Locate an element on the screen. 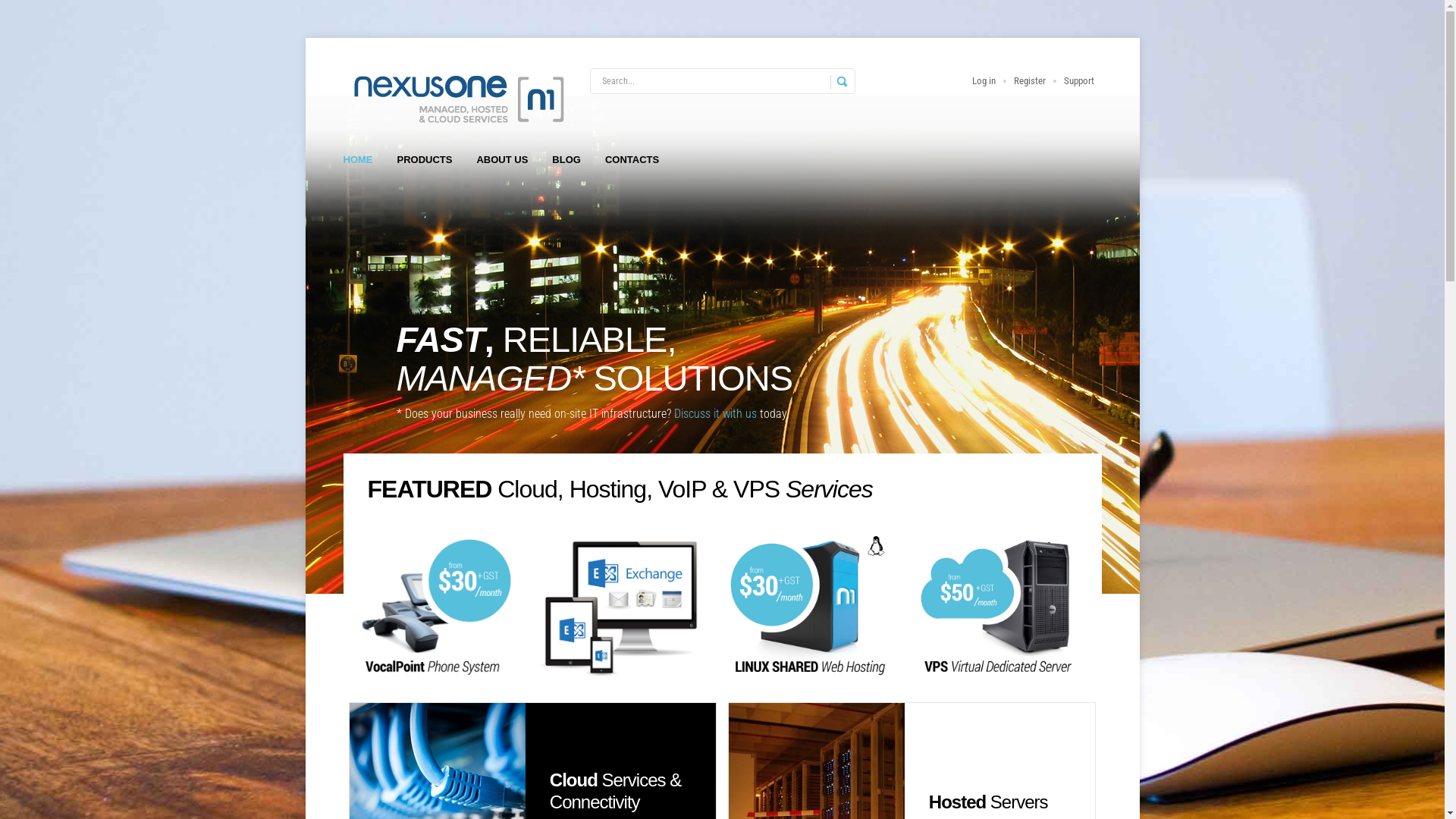 The image size is (1456, 819). 'BLOG' is located at coordinates (566, 160).